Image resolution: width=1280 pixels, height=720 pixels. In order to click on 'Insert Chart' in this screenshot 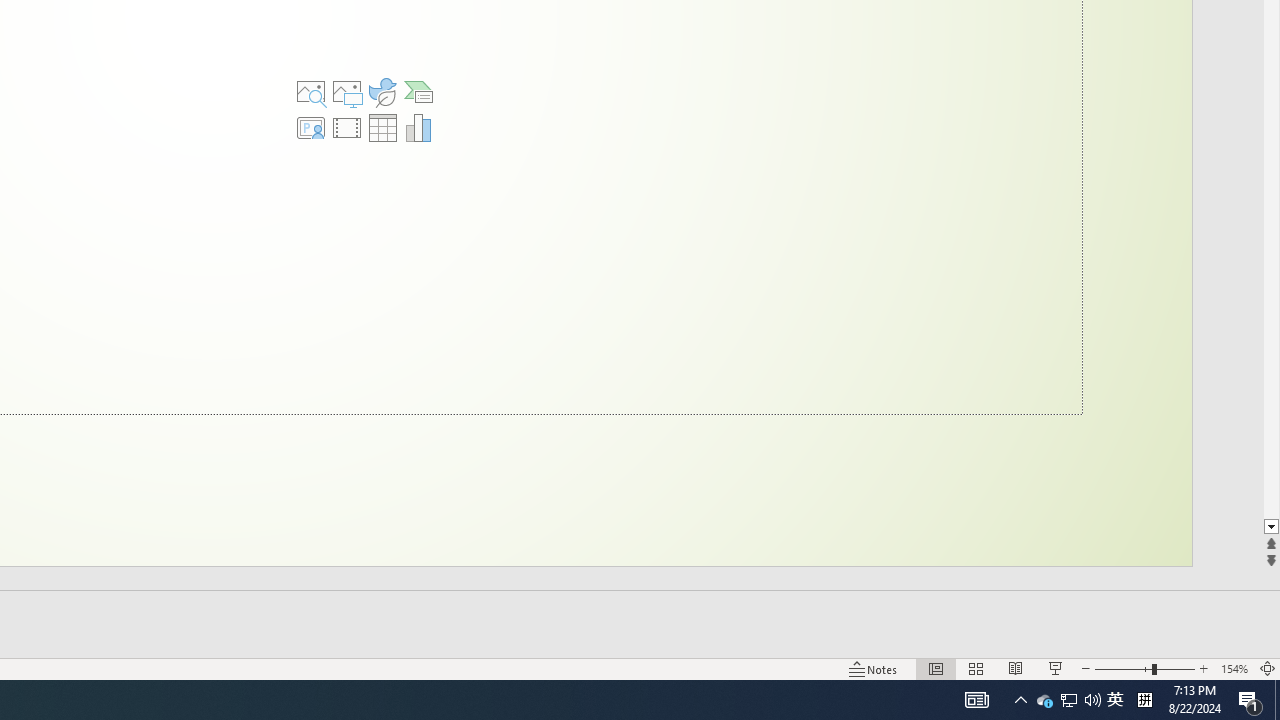, I will do `click(418, 128)`.